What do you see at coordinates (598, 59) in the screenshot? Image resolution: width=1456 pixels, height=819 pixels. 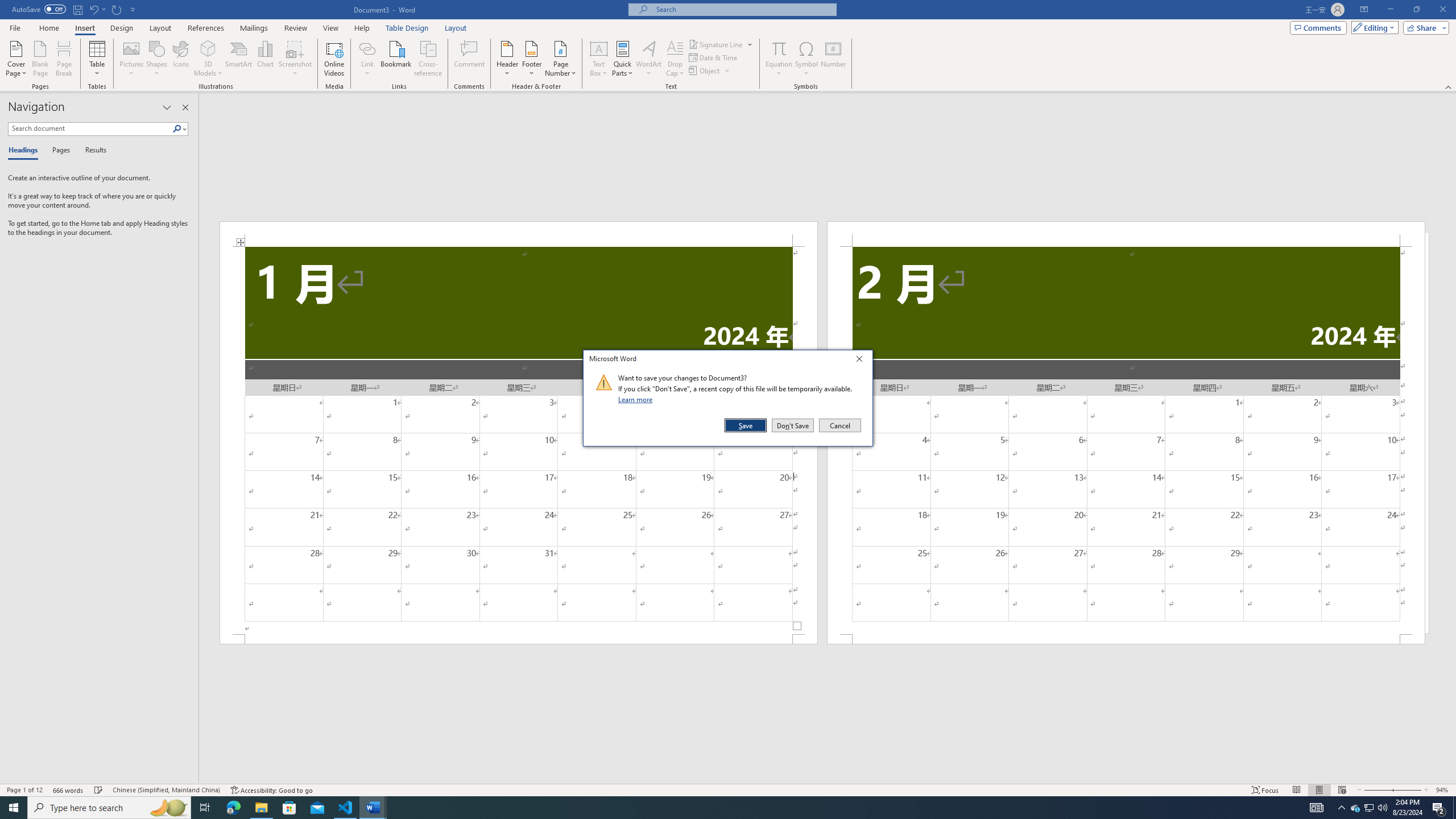 I see `'Text Box'` at bounding box center [598, 59].